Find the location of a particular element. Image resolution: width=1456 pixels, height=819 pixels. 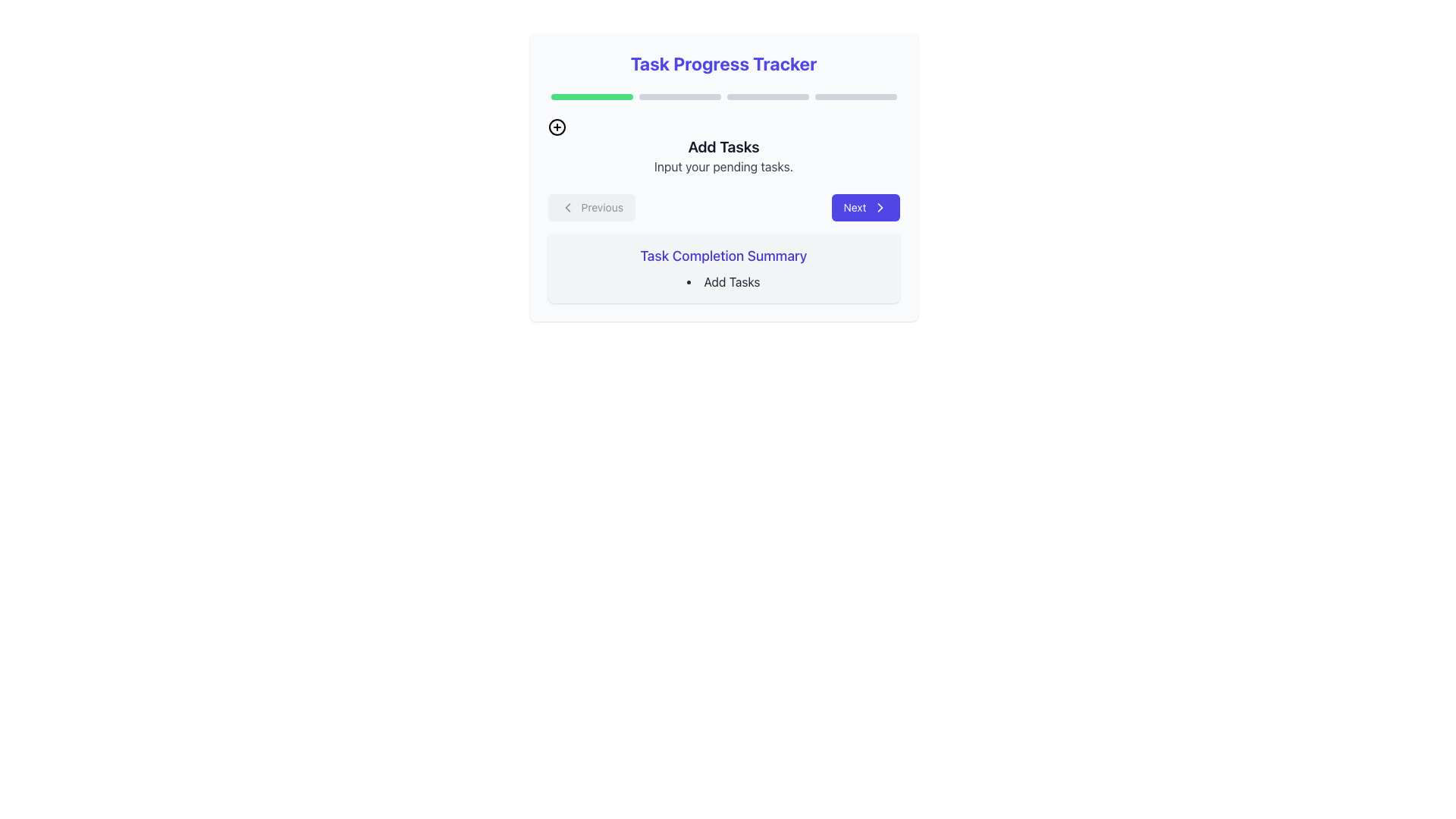

the 'Next' button, which contains a small rightward chevron icon is located at coordinates (880, 207).